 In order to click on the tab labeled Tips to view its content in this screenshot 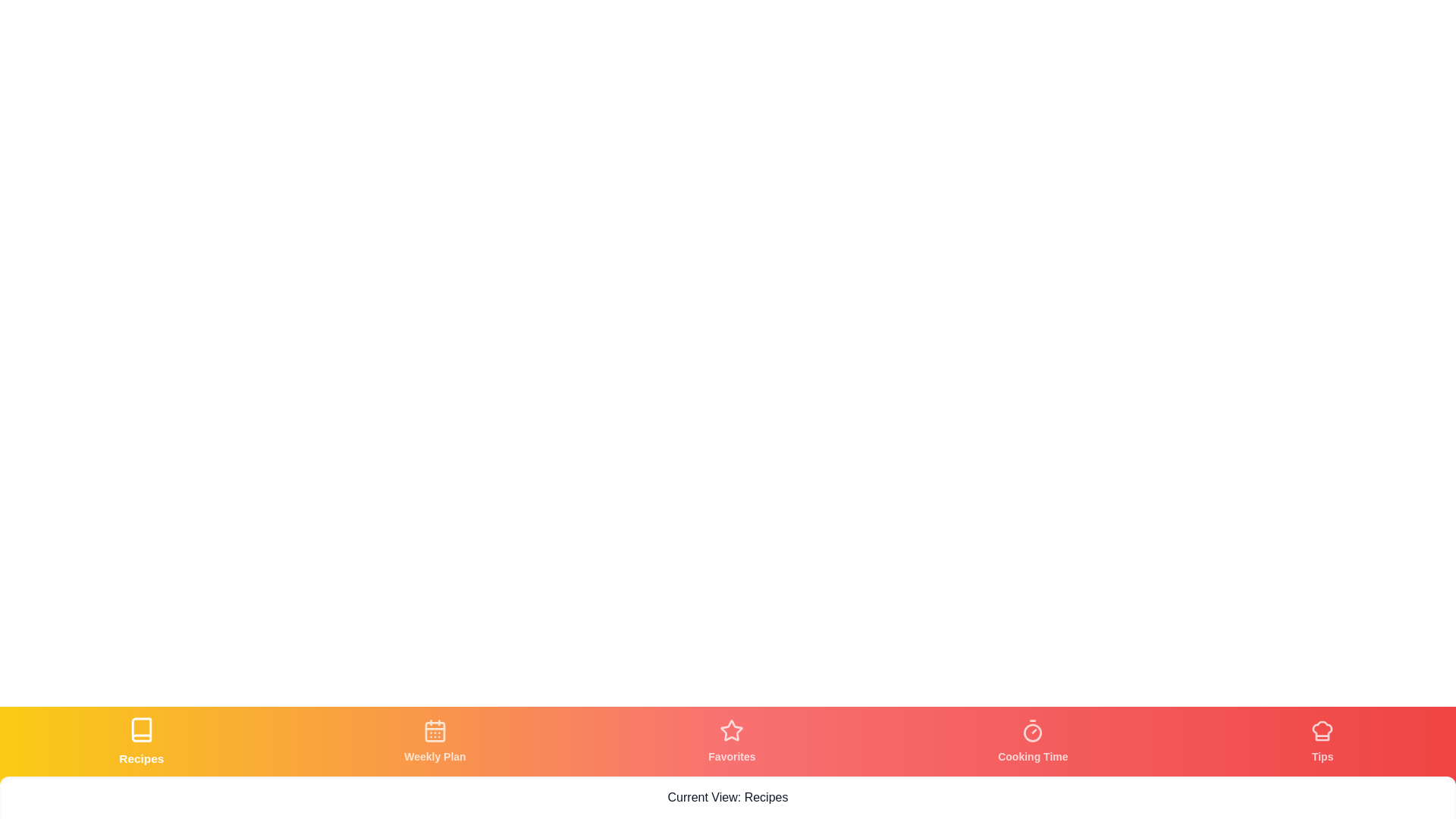, I will do `click(1321, 741)`.